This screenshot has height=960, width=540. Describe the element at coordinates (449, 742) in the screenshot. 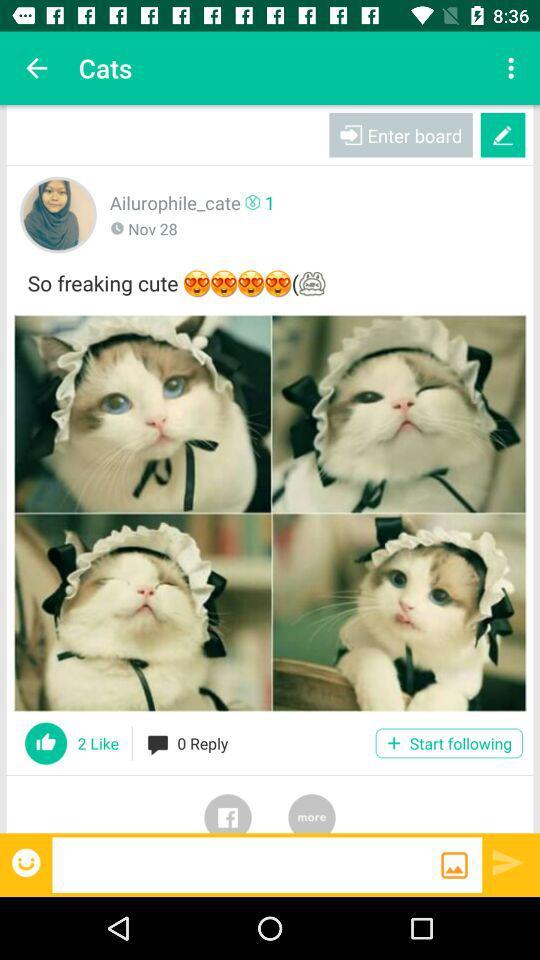

I see `the start following icon` at that location.